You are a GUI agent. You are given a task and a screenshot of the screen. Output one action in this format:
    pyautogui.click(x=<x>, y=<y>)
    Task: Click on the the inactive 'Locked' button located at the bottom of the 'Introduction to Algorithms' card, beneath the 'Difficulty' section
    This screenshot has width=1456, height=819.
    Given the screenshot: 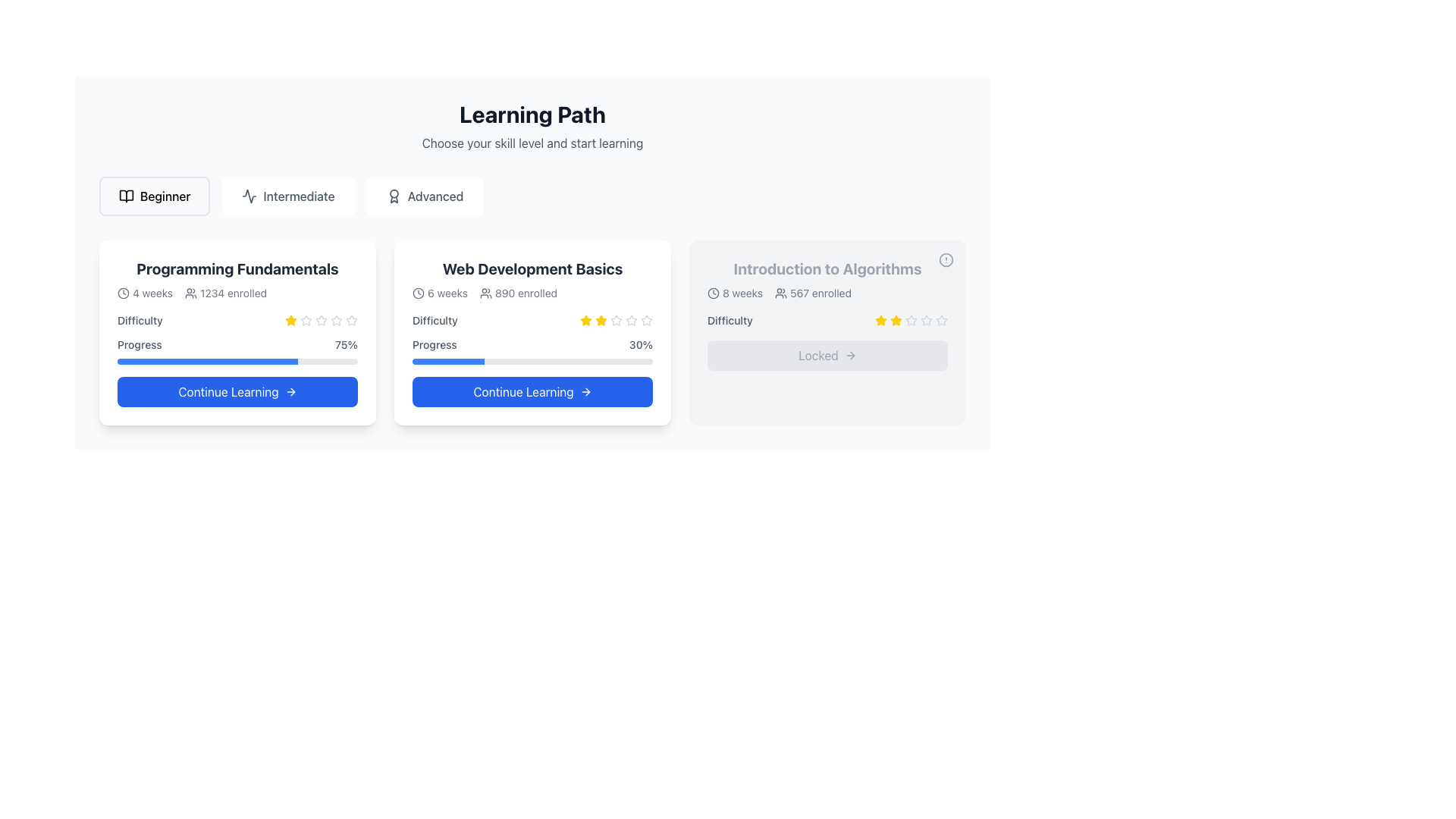 What is the action you would take?
    pyautogui.click(x=827, y=356)
    